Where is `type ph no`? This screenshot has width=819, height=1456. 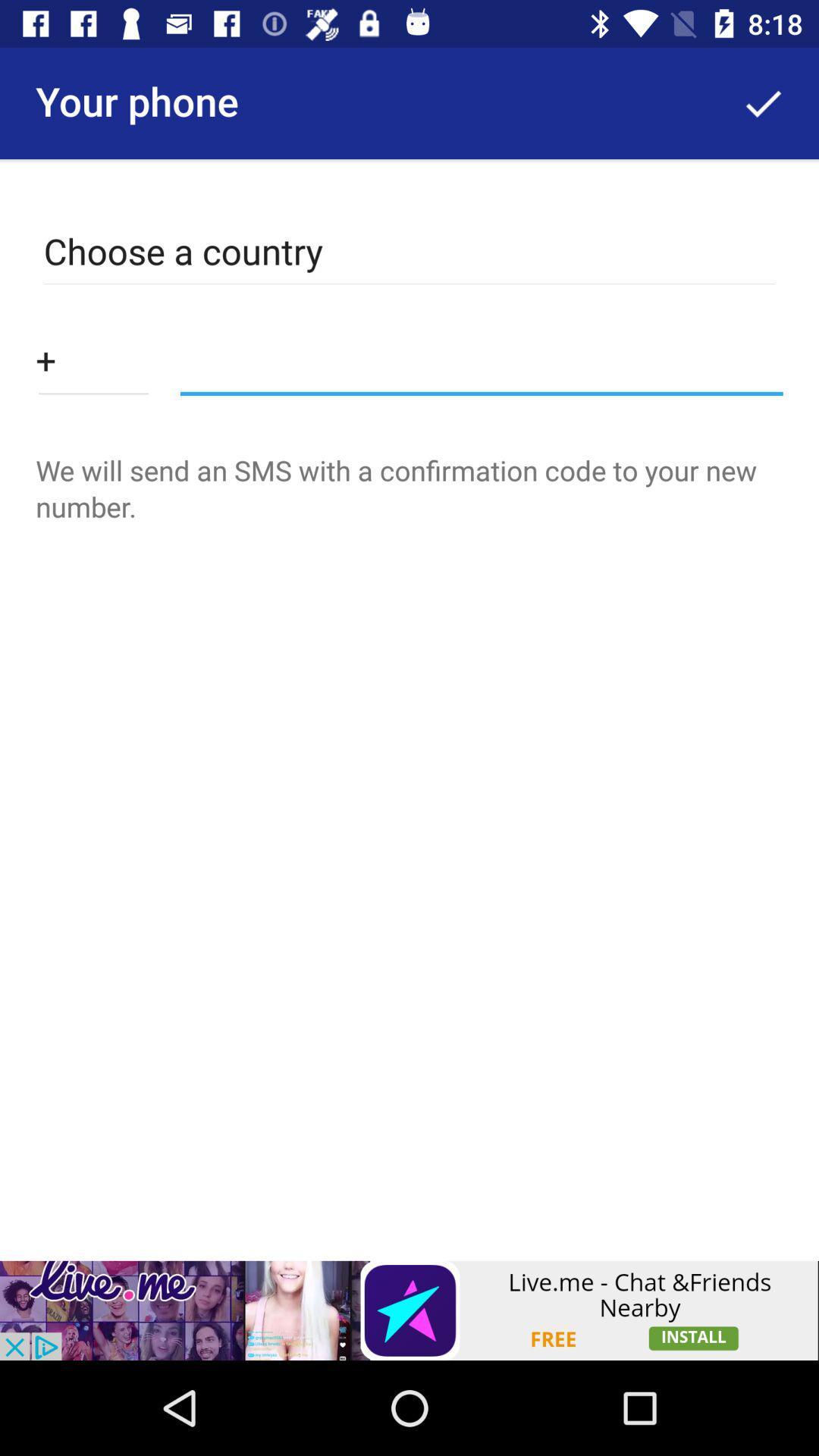 type ph no is located at coordinates (93, 359).